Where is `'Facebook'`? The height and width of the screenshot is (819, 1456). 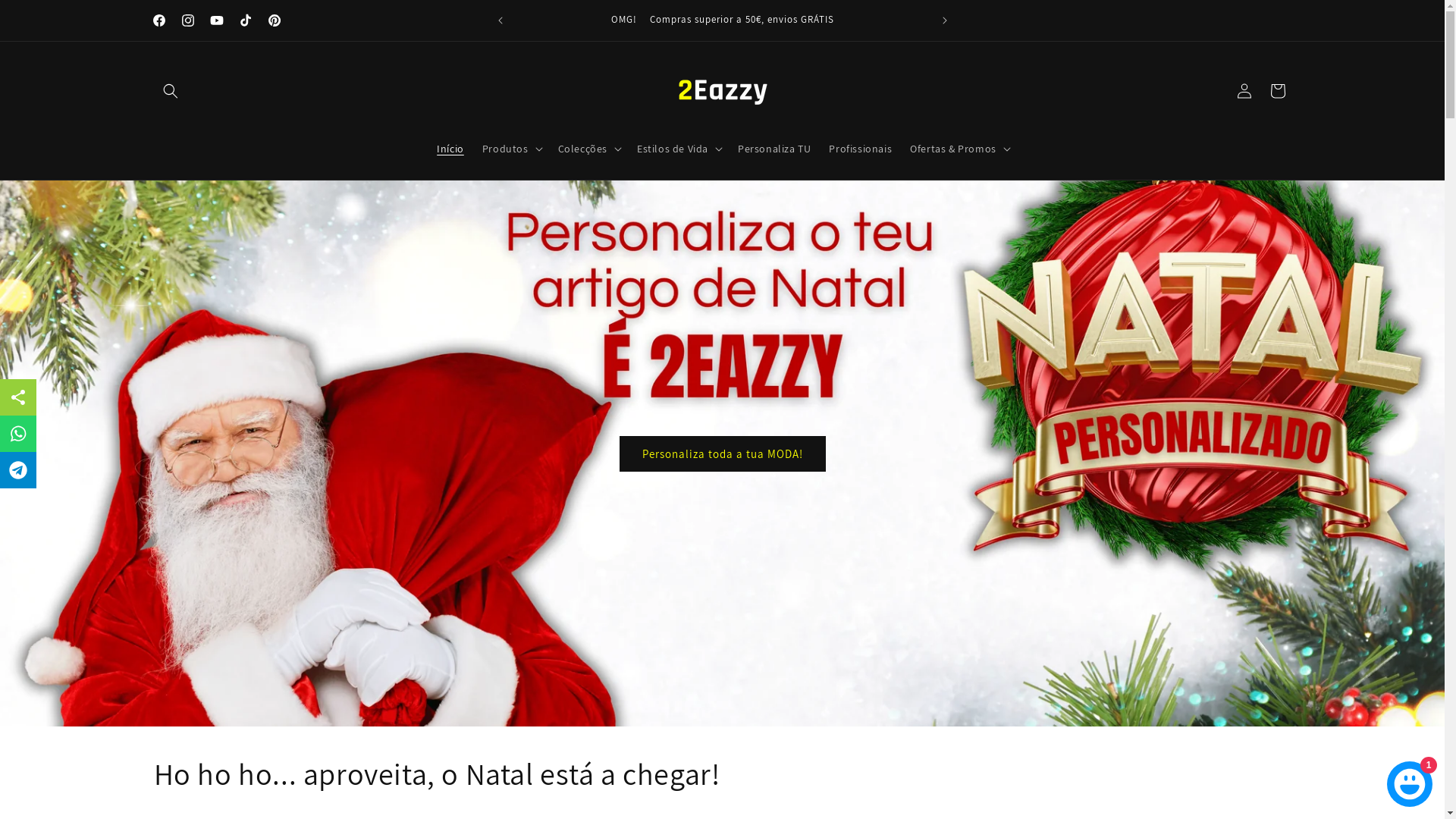
'Facebook' is located at coordinates (158, 20).